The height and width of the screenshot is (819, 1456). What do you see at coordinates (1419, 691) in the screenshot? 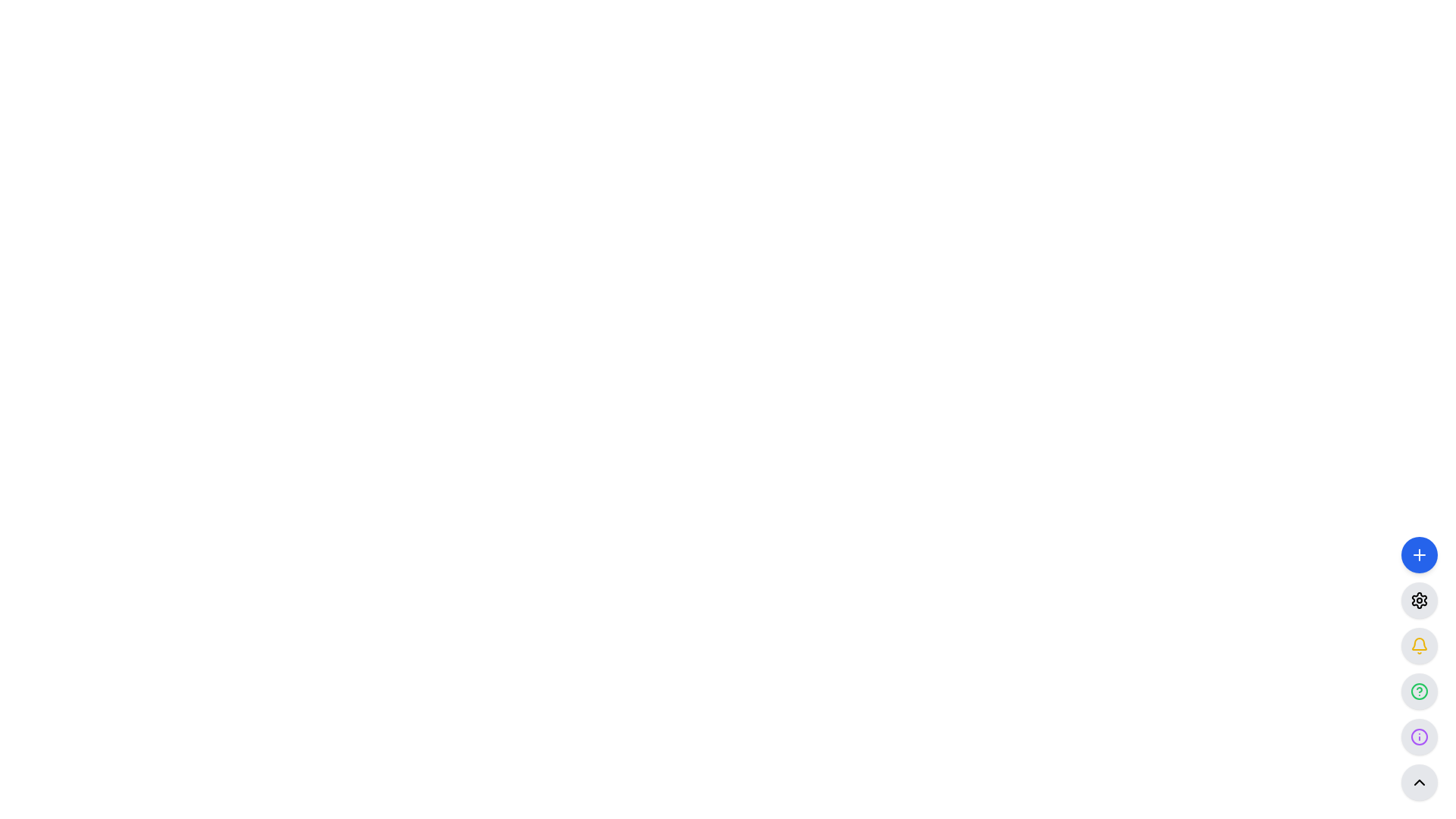
I see `the fourth circular button in a vertical stack on the right side of the interface` at bounding box center [1419, 691].